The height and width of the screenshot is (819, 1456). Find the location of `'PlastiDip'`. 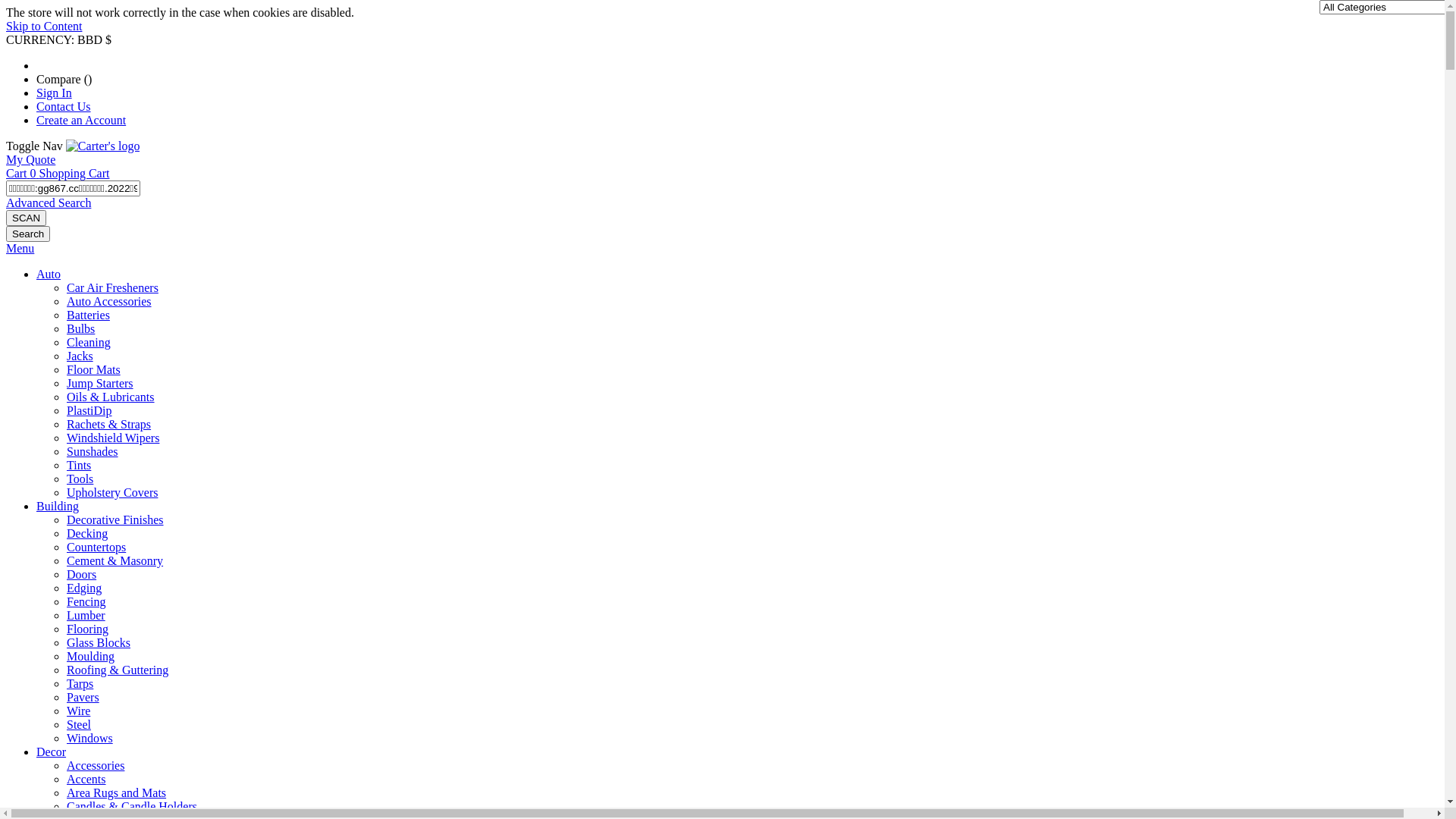

'PlastiDip' is located at coordinates (89, 410).